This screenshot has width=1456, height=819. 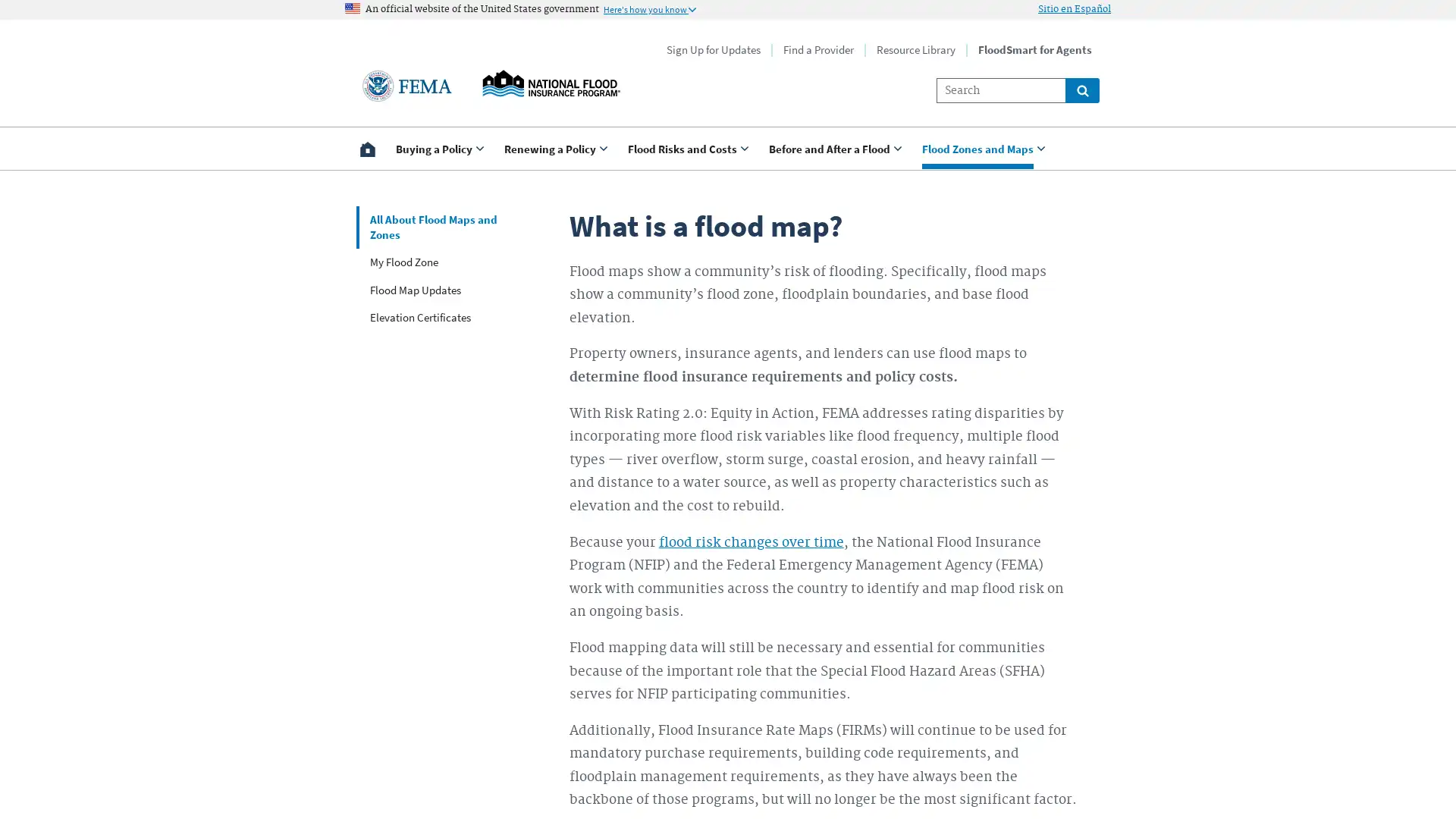 What do you see at coordinates (441, 148) in the screenshot?
I see `Use <enter> and shift + <enter> to open and close the drop down to sub-menus` at bounding box center [441, 148].